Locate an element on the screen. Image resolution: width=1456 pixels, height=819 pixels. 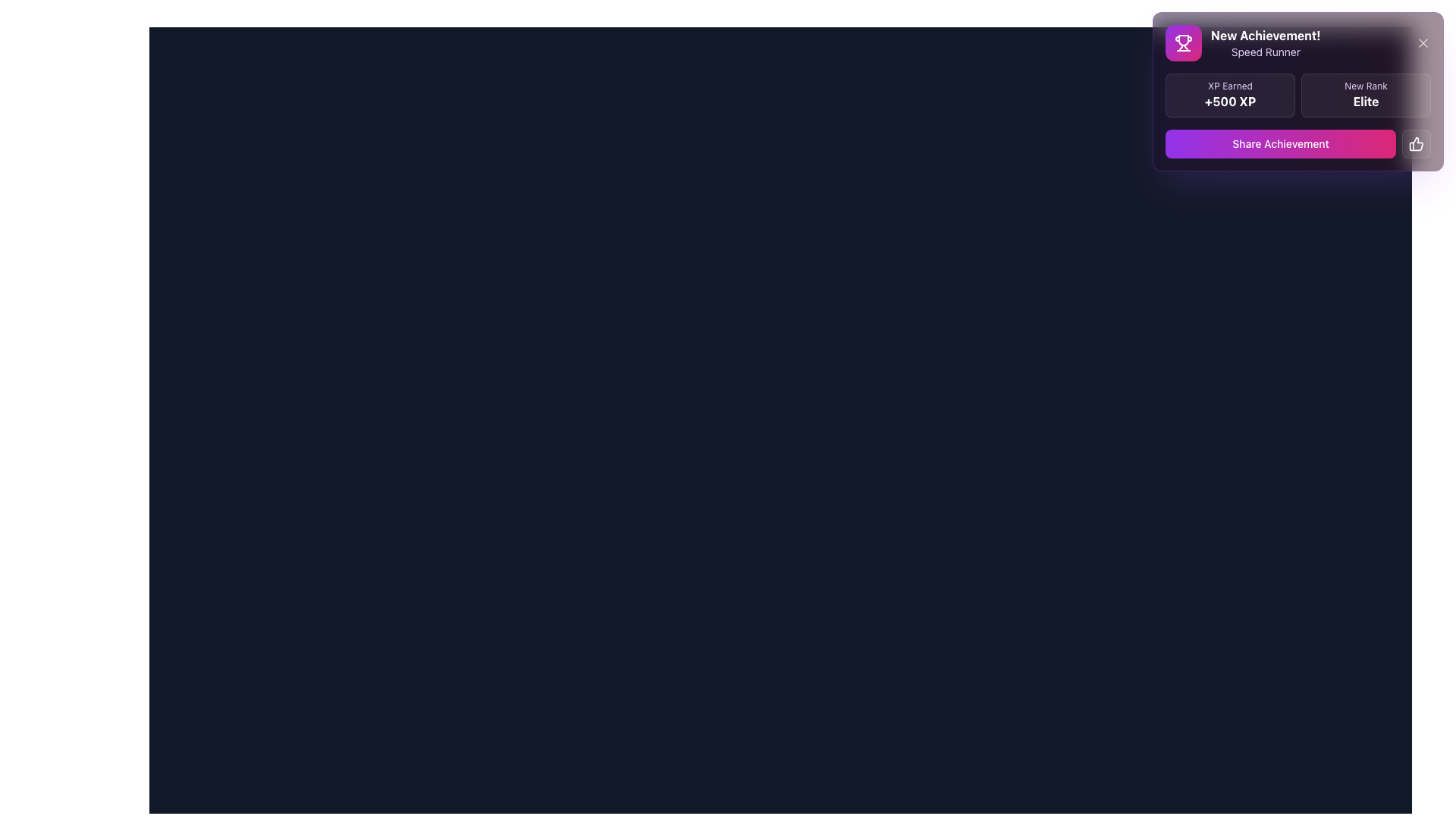
the 'New Achievement!' text display, which features a bold message in white and a subtitle in light purple, located in the top right of the notification panel is located at coordinates (1266, 42).